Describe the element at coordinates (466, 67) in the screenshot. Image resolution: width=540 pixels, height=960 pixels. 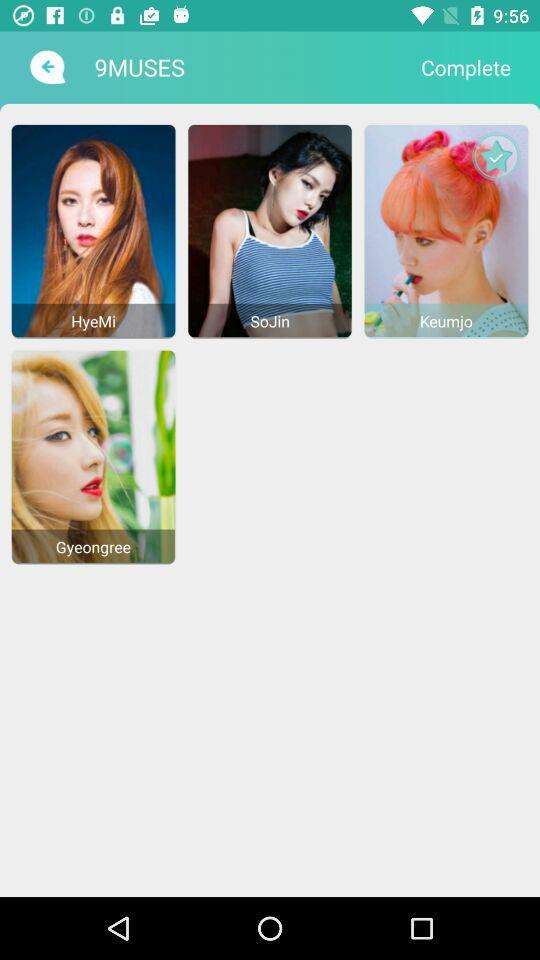
I see `complete` at that location.